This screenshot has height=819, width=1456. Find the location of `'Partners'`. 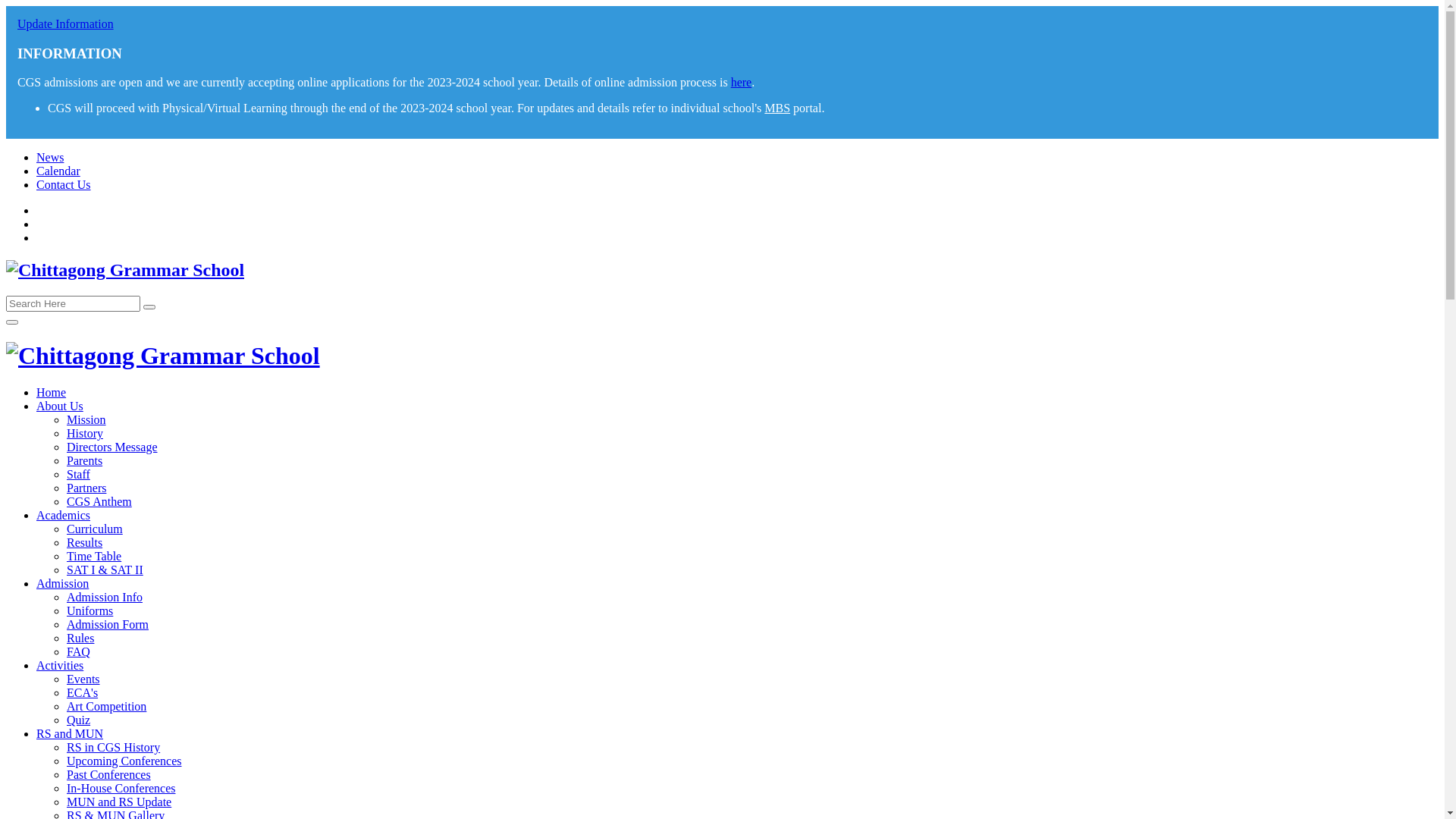

'Partners' is located at coordinates (86, 488).